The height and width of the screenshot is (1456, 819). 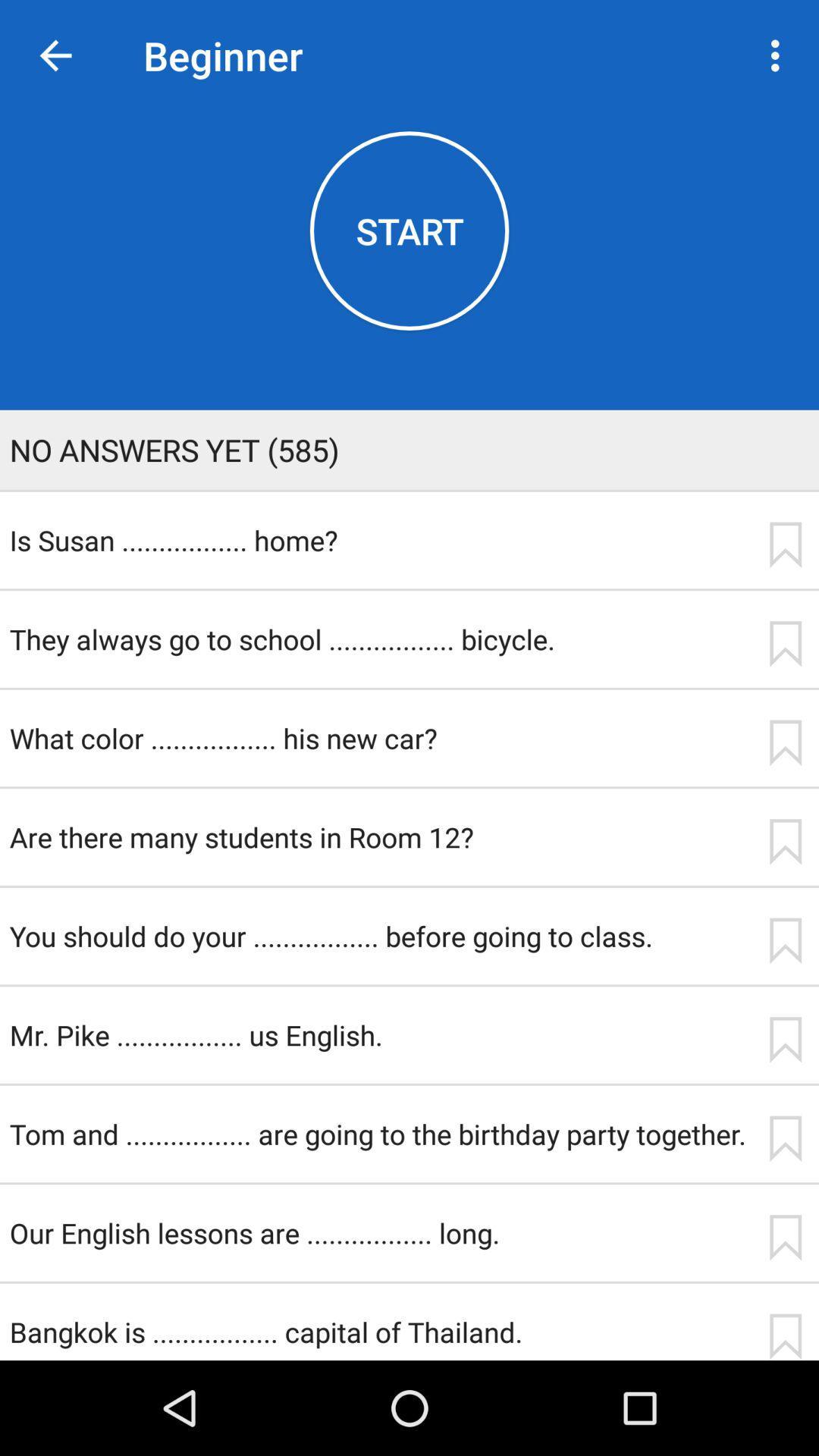 I want to click on icon to the right of they always go item, so click(x=785, y=644).